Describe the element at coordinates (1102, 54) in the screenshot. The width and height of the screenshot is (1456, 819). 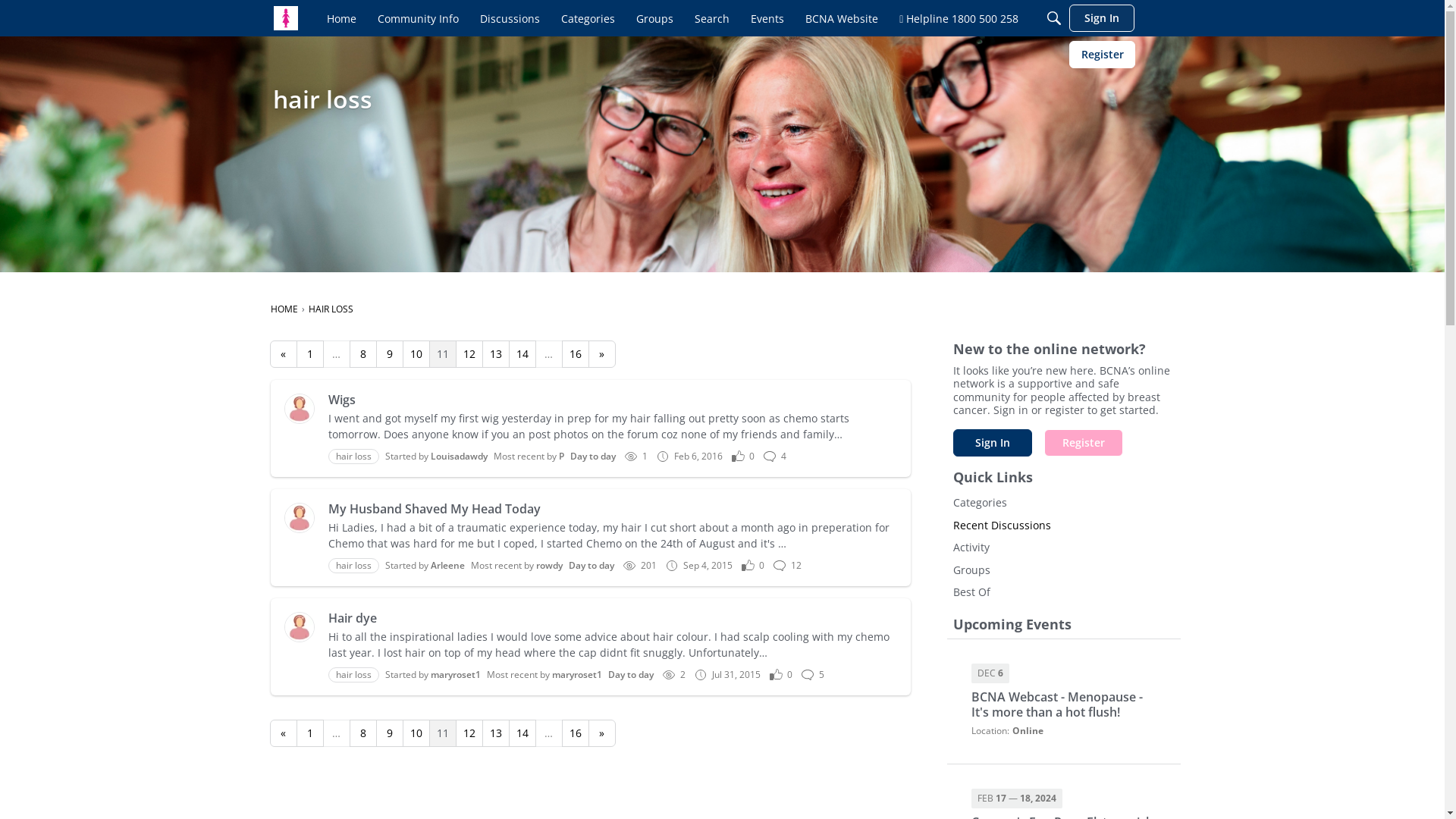
I see `'Register'` at that location.